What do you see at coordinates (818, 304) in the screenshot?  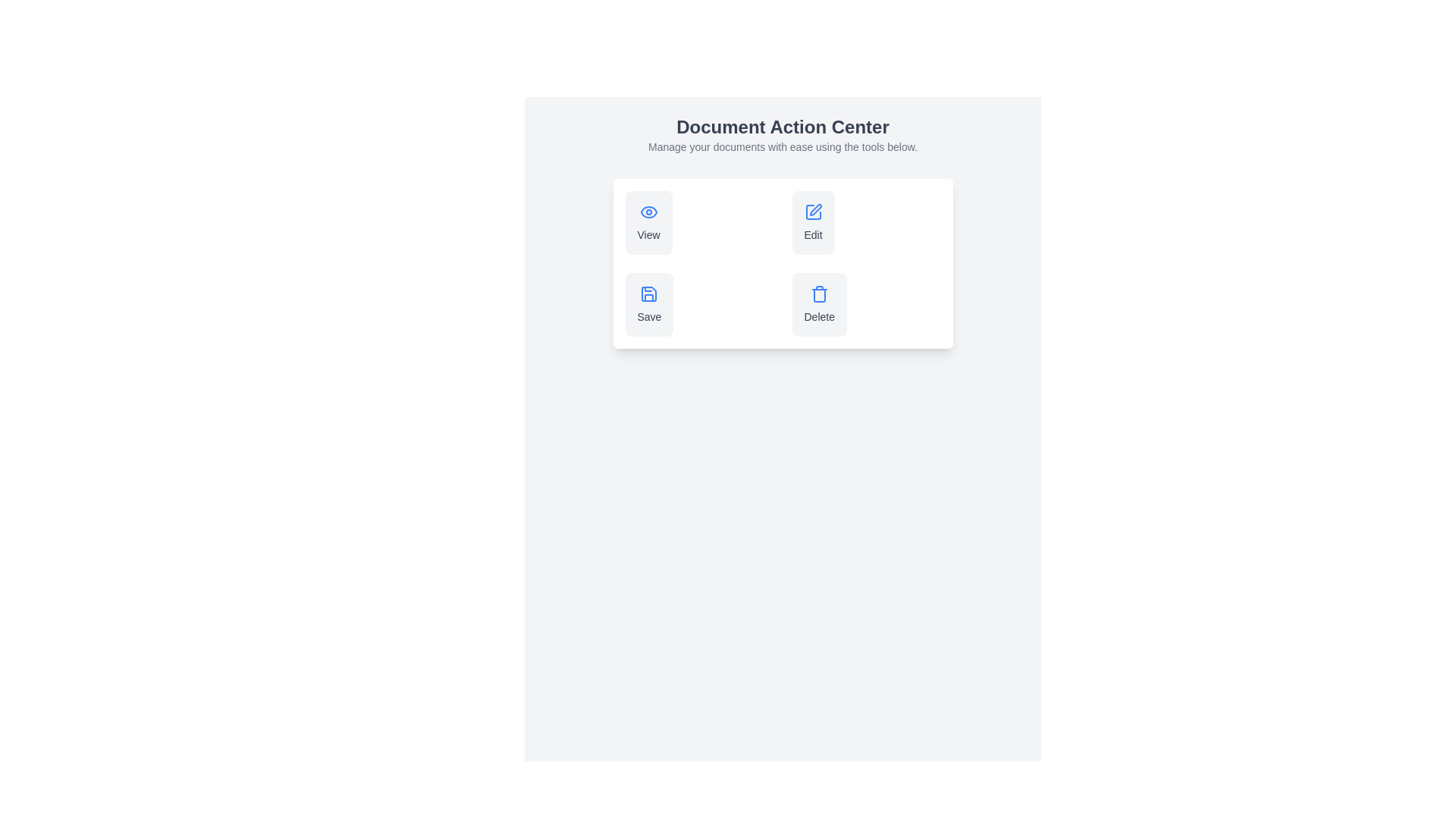 I see `the blue trash bin icon button labeled 'Delete' located in the bottom-right corner of a grid of four buttons within a modal` at bounding box center [818, 304].